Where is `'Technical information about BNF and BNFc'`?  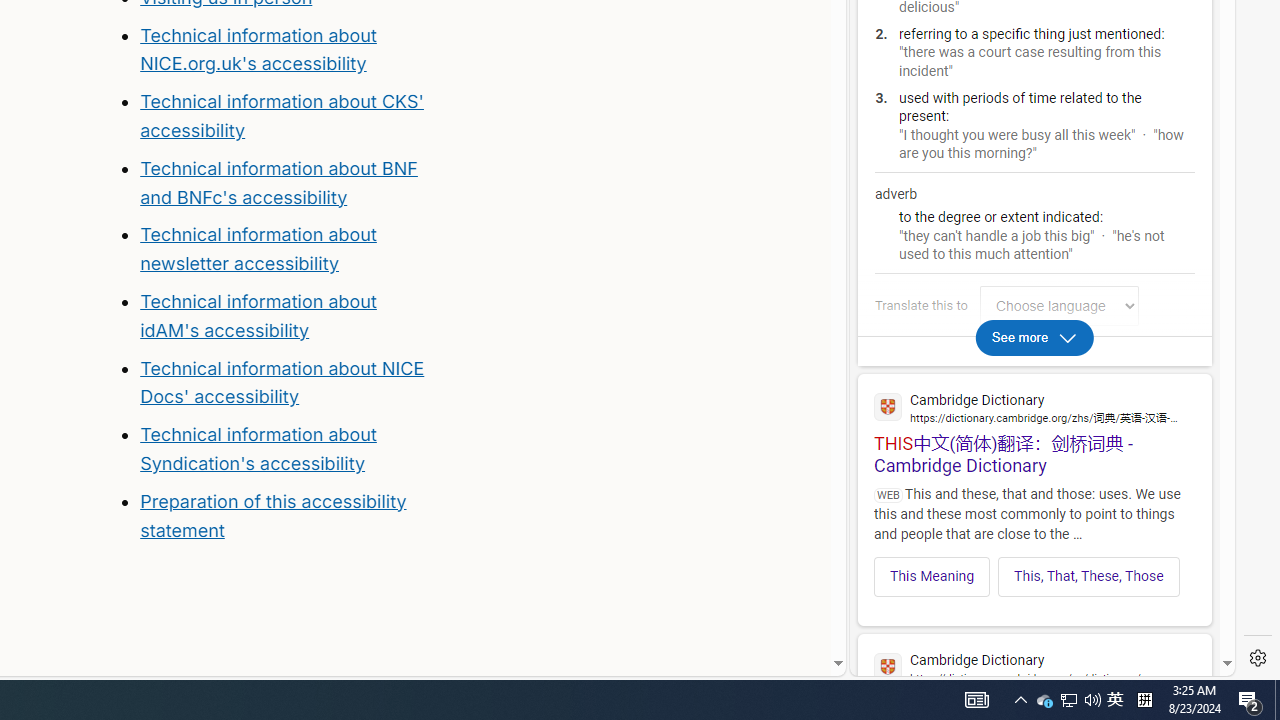 'Technical information about BNF and BNFc' is located at coordinates (278, 182).